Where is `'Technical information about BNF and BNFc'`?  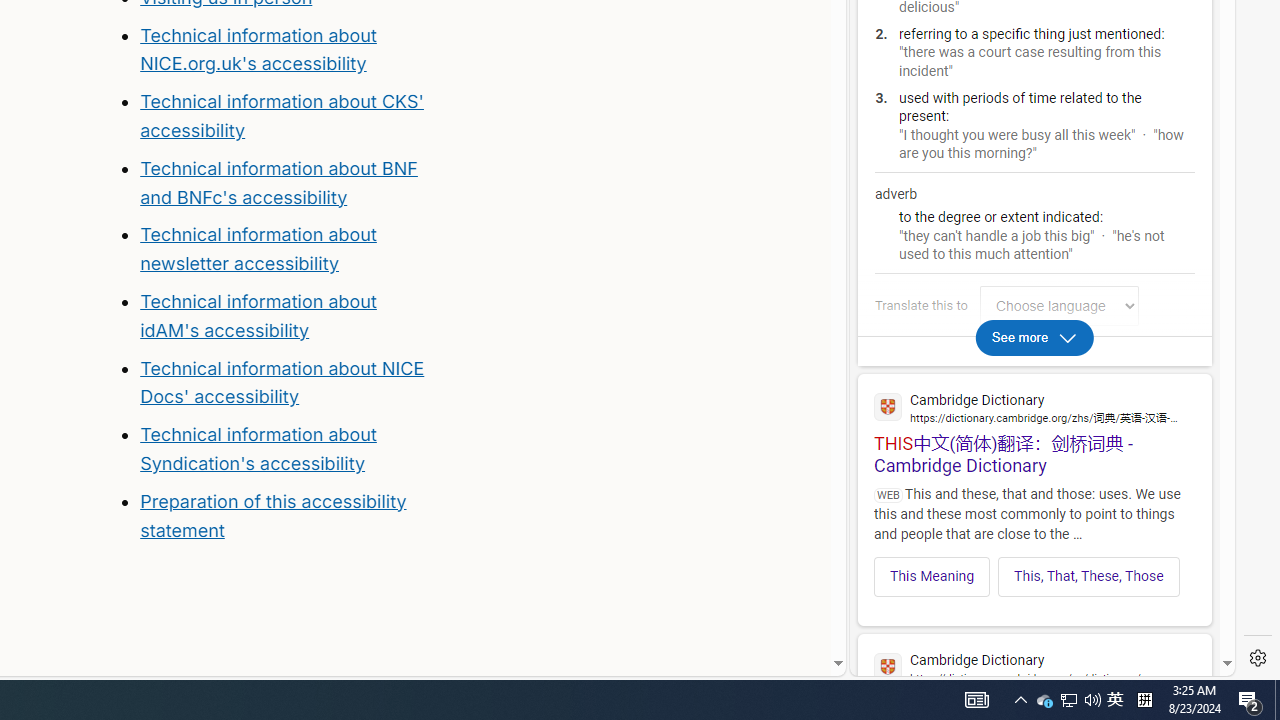 'Technical information about BNF and BNFc' is located at coordinates (278, 182).